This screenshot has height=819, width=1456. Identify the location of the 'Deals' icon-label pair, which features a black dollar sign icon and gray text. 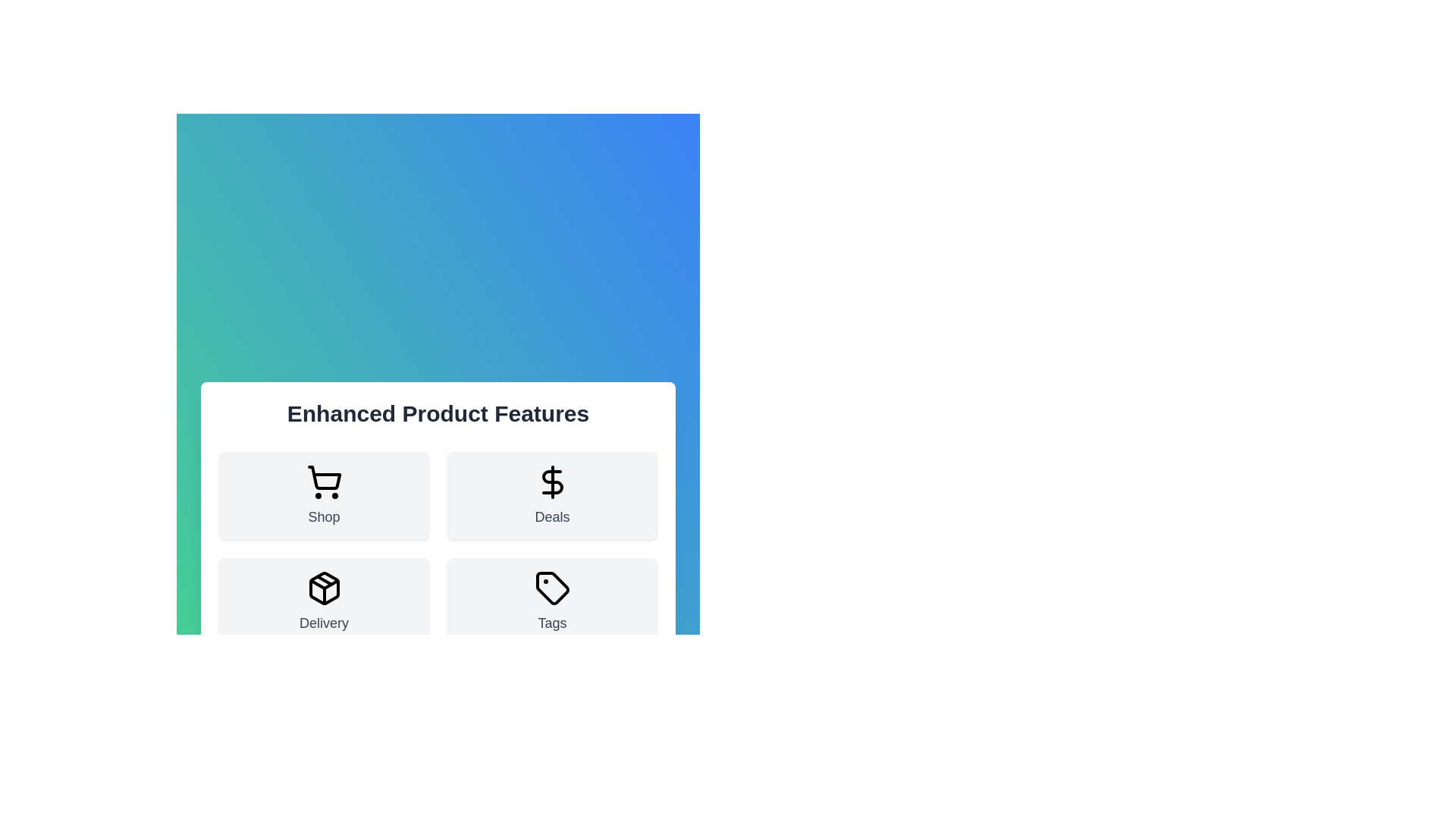
(551, 496).